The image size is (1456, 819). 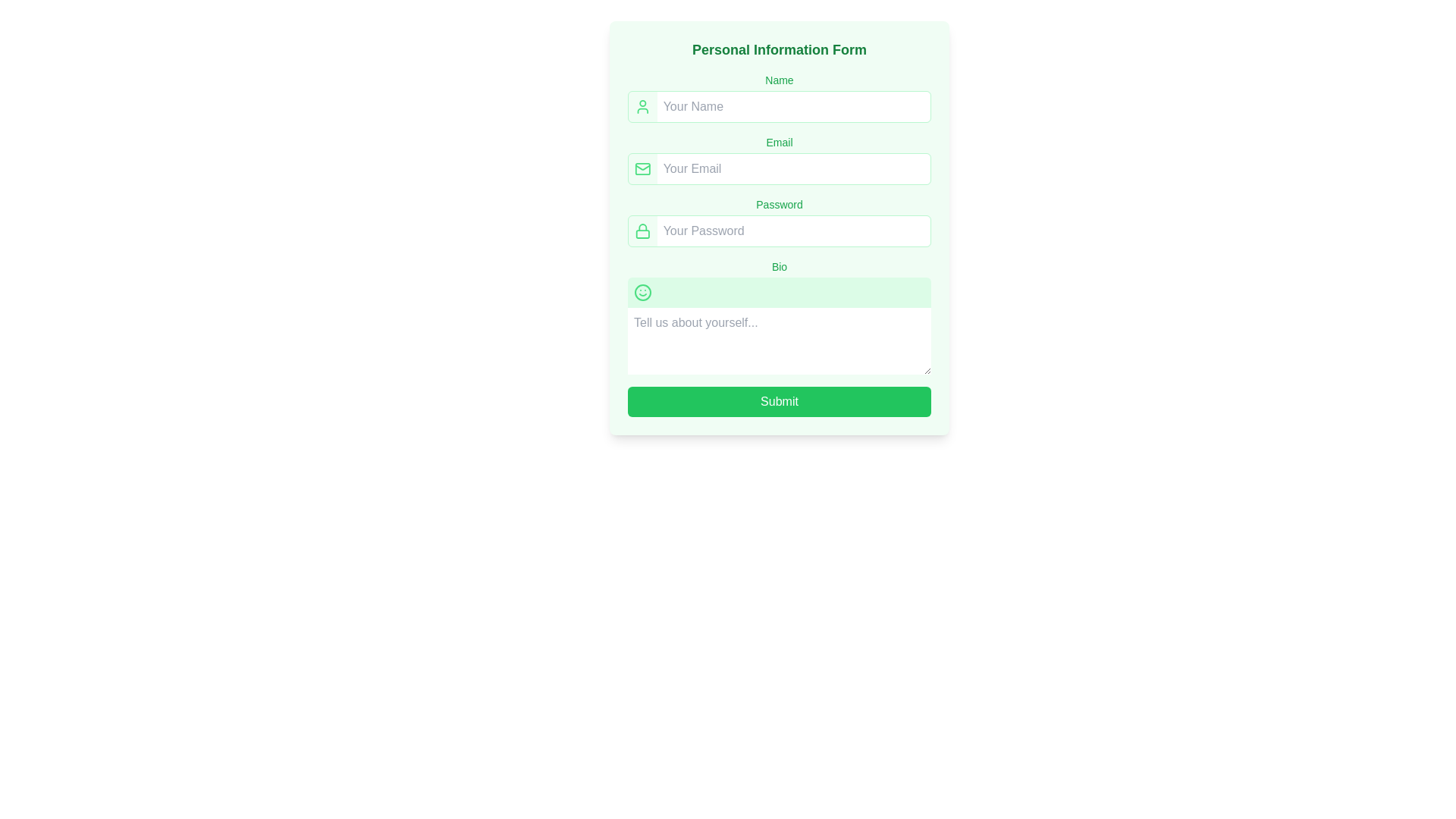 What do you see at coordinates (779, 265) in the screenshot?
I see `the 'Bio' text label element, which is styled in small green font and positioned above the green-tinted text area in the fifth section of the form` at bounding box center [779, 265].